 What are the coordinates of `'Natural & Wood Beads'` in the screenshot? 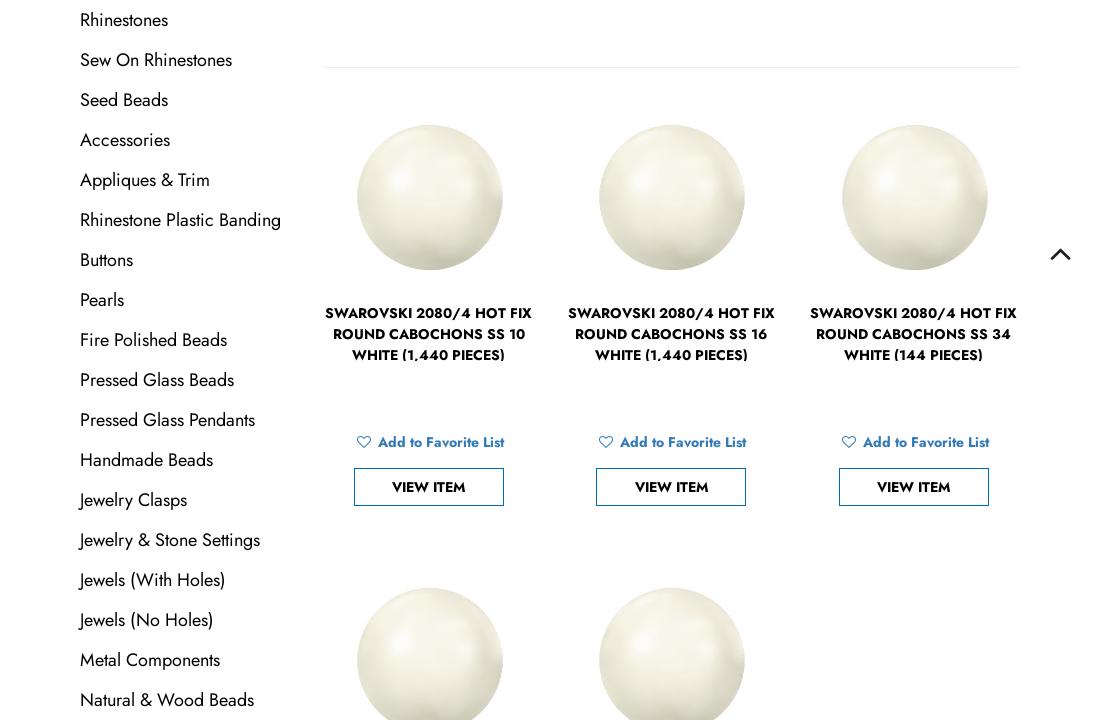 It's located at (165, 698).